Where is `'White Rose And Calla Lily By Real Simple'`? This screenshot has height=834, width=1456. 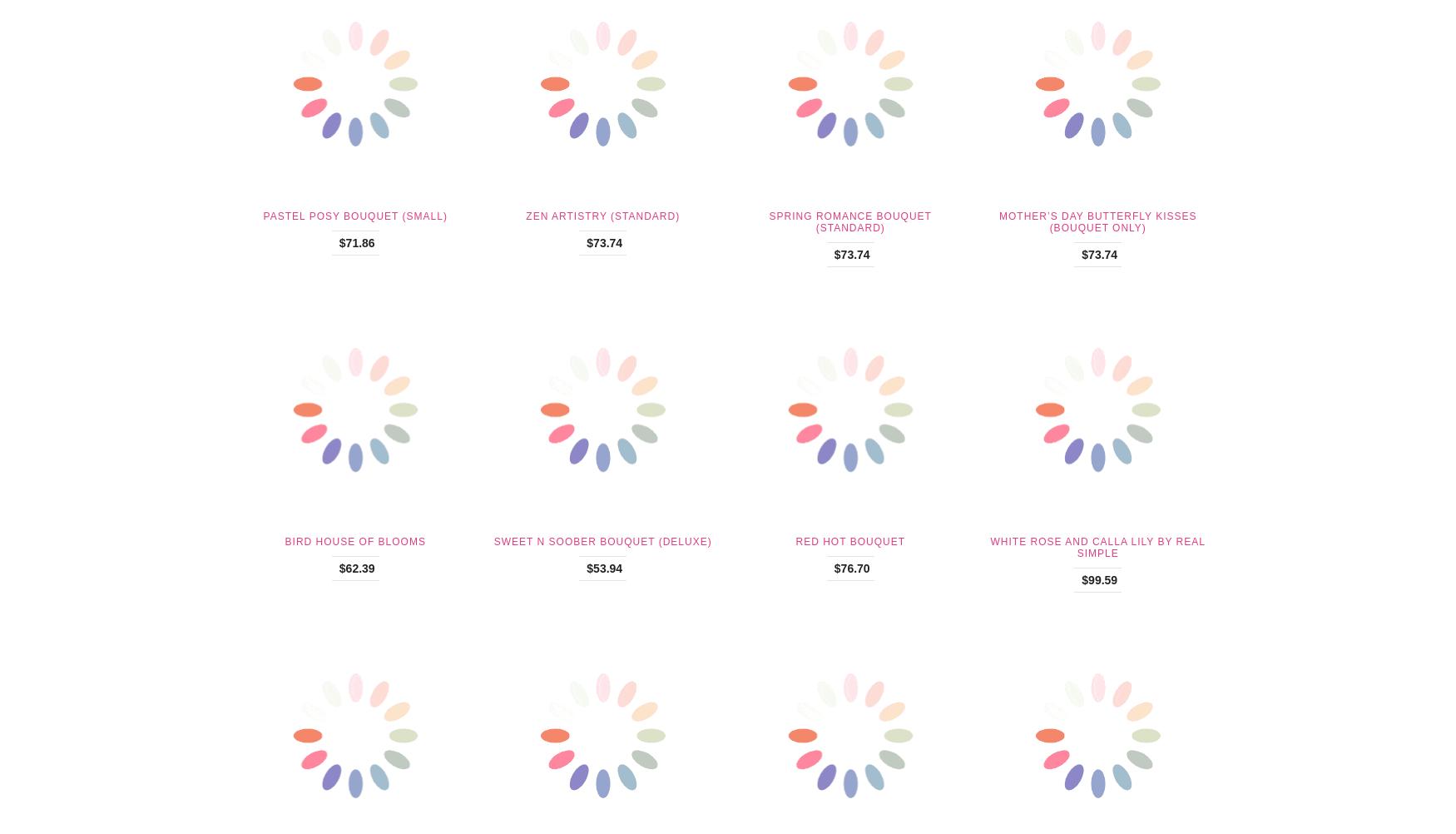
'White Rose And Calla Lily By Real Simple' is located at coordinates (1097, 547).